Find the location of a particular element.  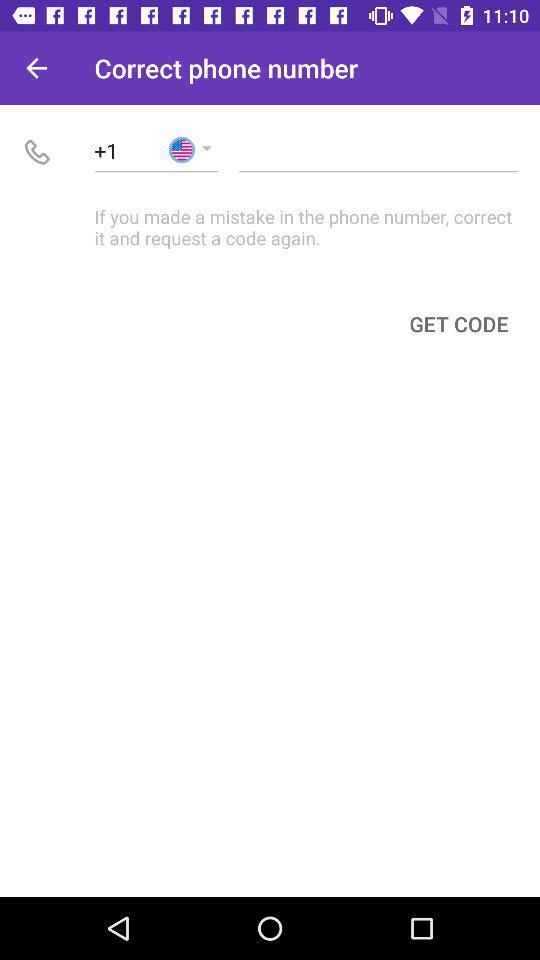

item to the left of the correct phone number item is located at coordinates (36, 68).